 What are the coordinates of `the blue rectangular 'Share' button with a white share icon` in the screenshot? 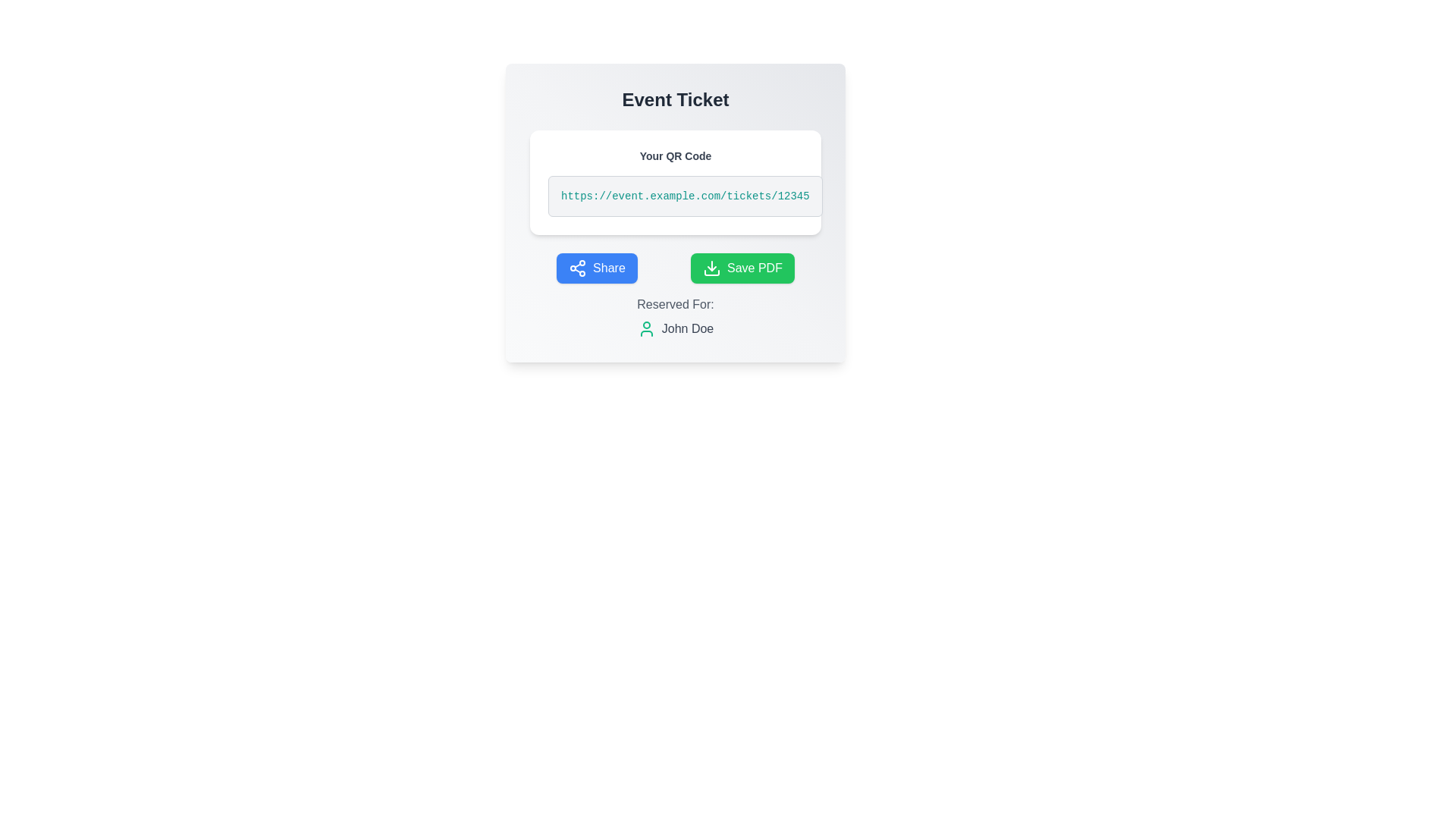 It's located at (596, 268).